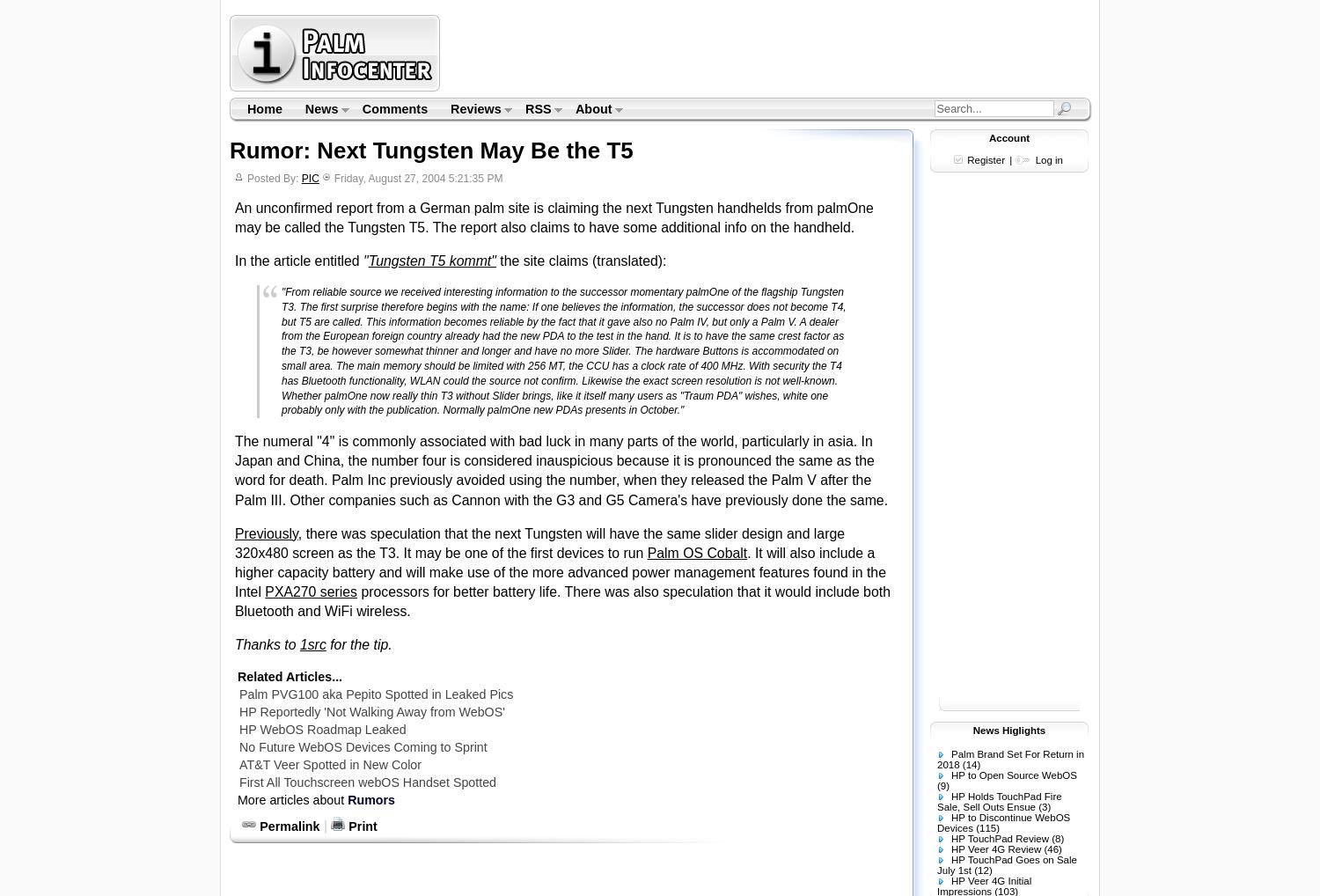  I want to click on 'An unconfirmed report from a German palm site is claiming the next Tungsten handhelds from palmOne may be called the Tungsten T5. The report also claims to have some additional info on the handheld.', so click(554, 216).